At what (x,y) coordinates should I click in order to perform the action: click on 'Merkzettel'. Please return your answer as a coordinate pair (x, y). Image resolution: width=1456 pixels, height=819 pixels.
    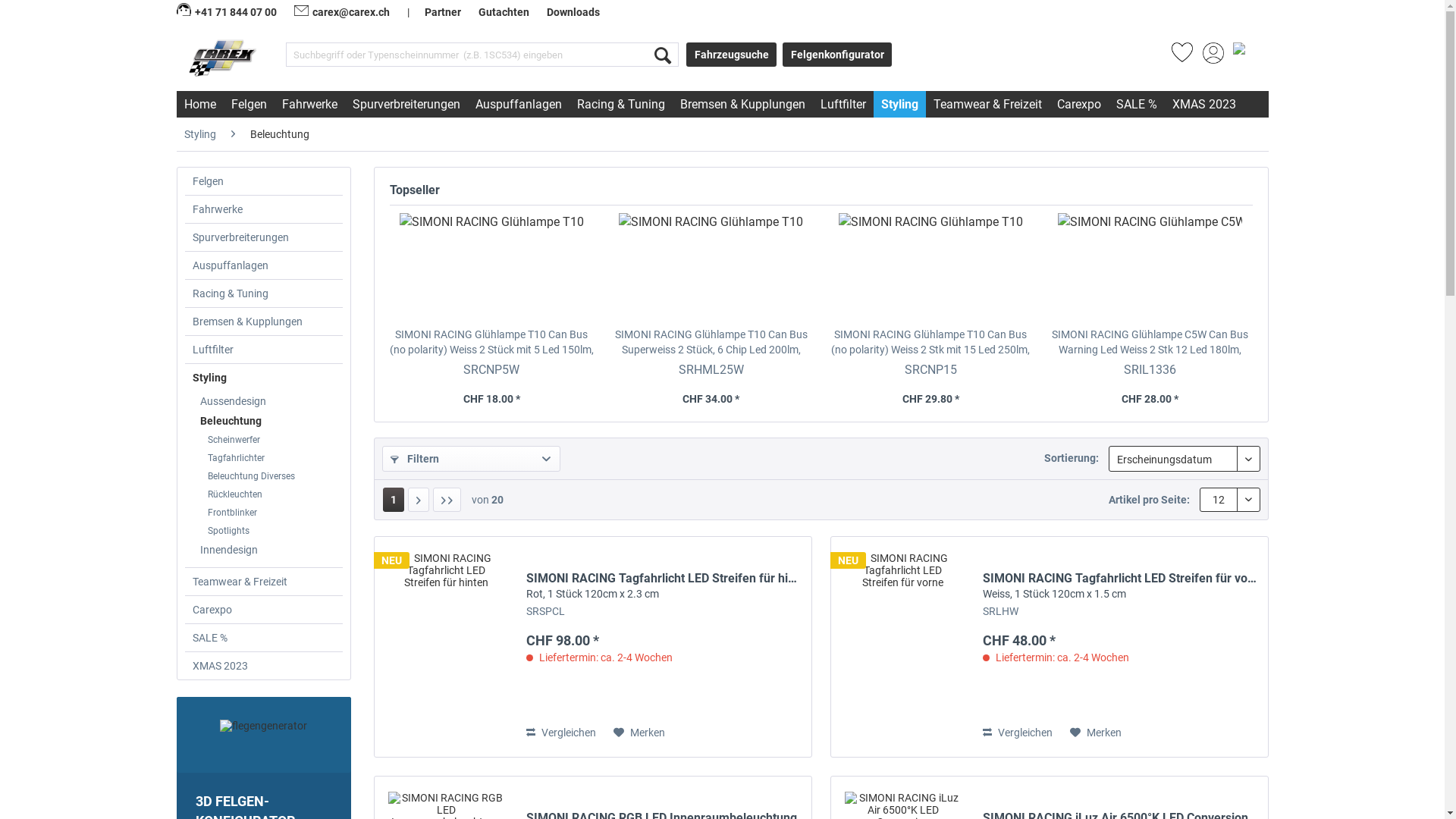
    Looking at the image, I should click on (1181, 57).